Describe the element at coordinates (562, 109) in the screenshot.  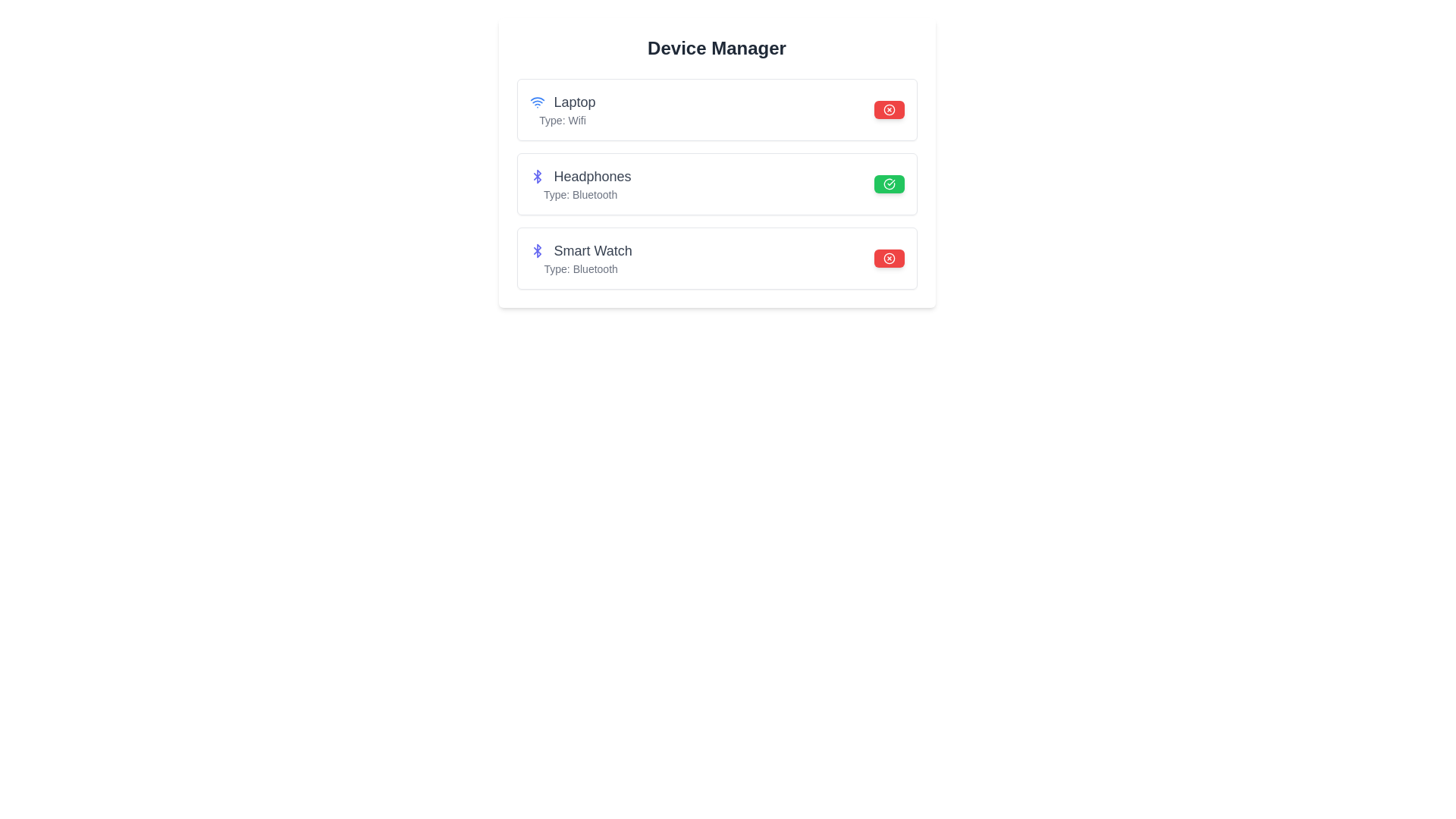
I see `the informational text element featuring a blue Wi-Fi icon and the text 'Laptop' with 'Type: Wifi' below it, located in the topmost card of the 'Device Manager' section` at that location.